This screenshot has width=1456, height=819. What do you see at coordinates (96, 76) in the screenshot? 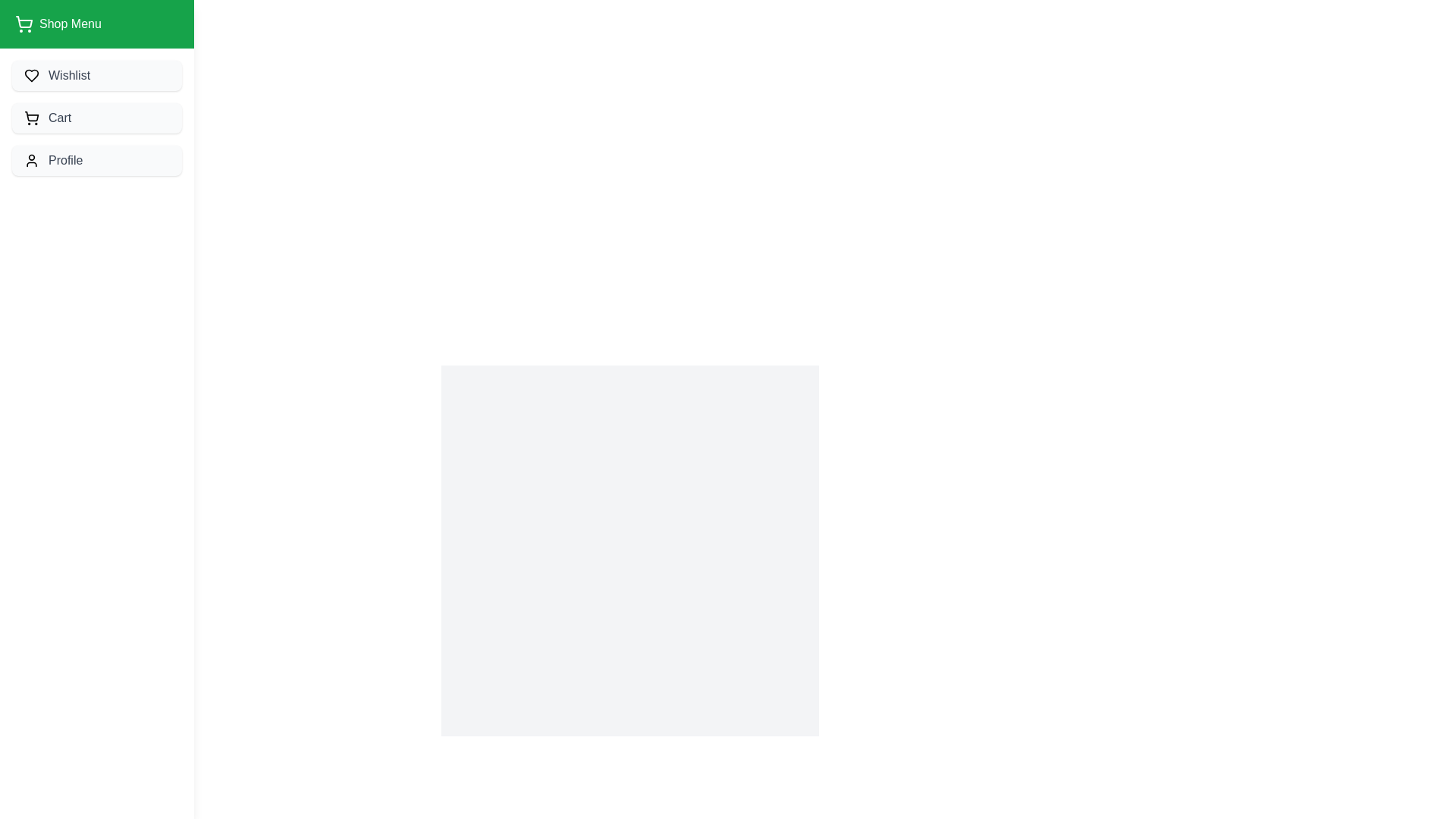
I see `the navigation drawer item Wishlist` at bounding box center [96, 76].